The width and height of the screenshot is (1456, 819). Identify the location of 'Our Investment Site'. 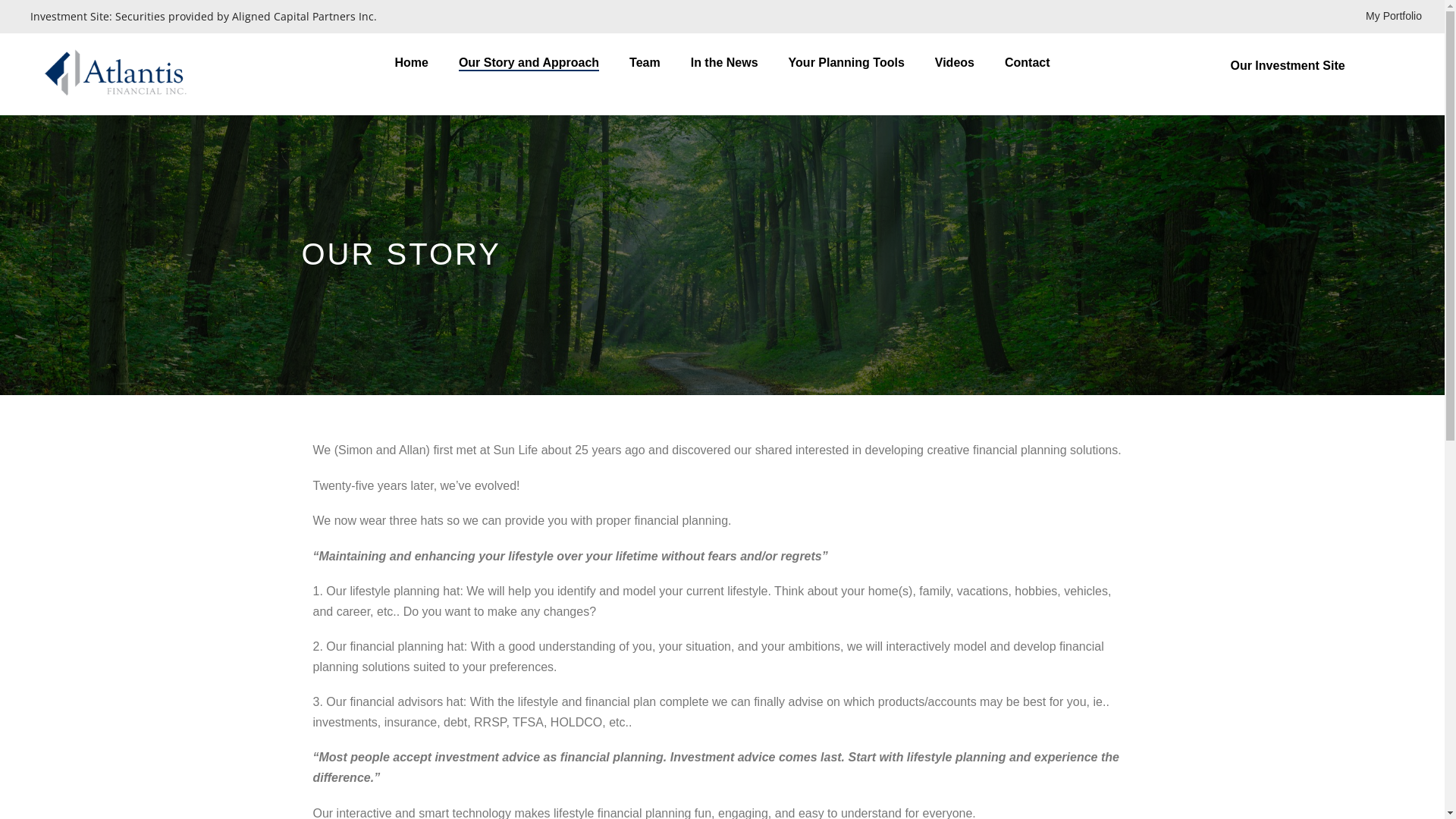
(1323, 64).